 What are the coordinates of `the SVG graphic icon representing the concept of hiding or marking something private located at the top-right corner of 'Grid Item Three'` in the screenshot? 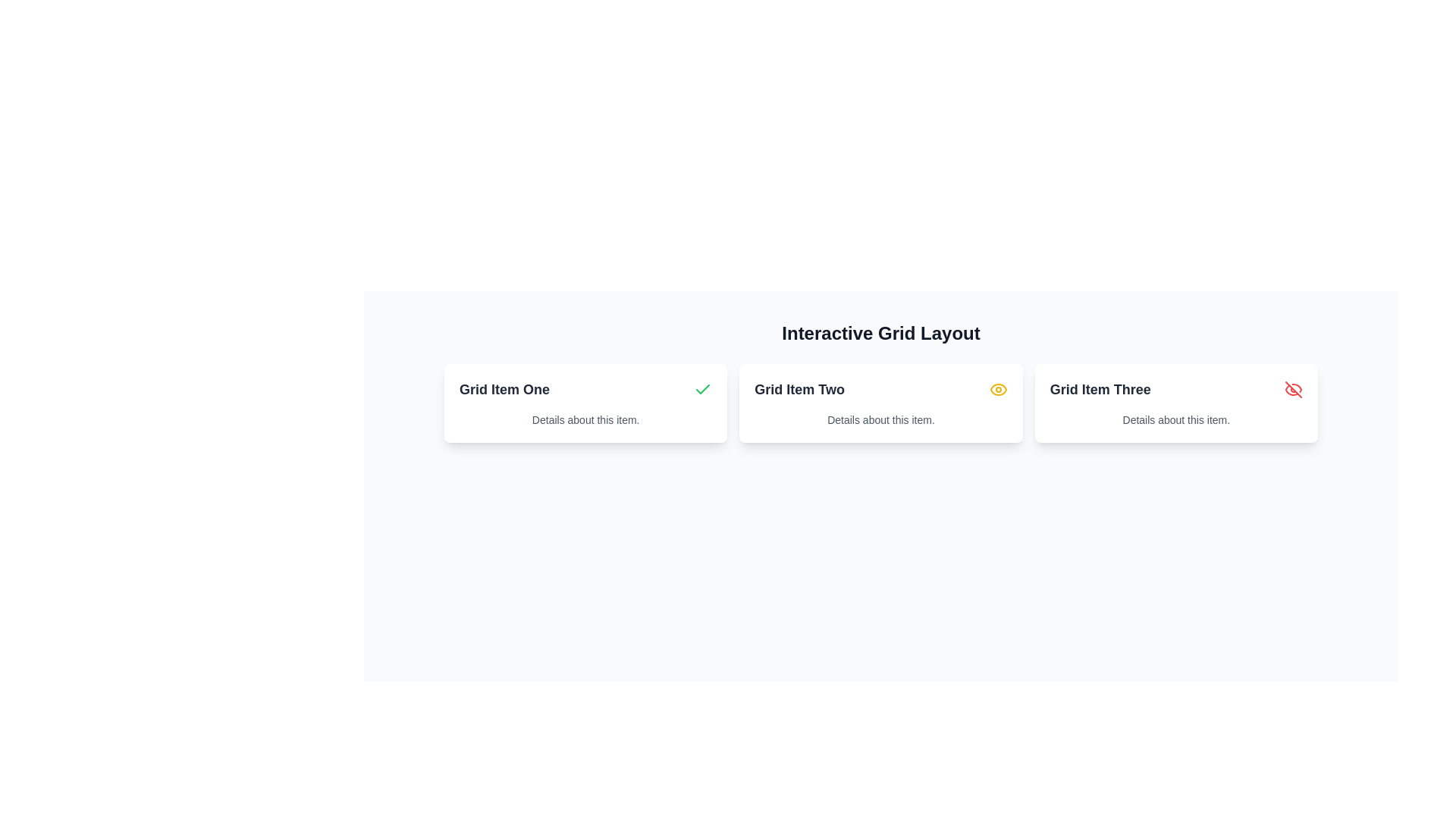 It's located at (1292, 388).